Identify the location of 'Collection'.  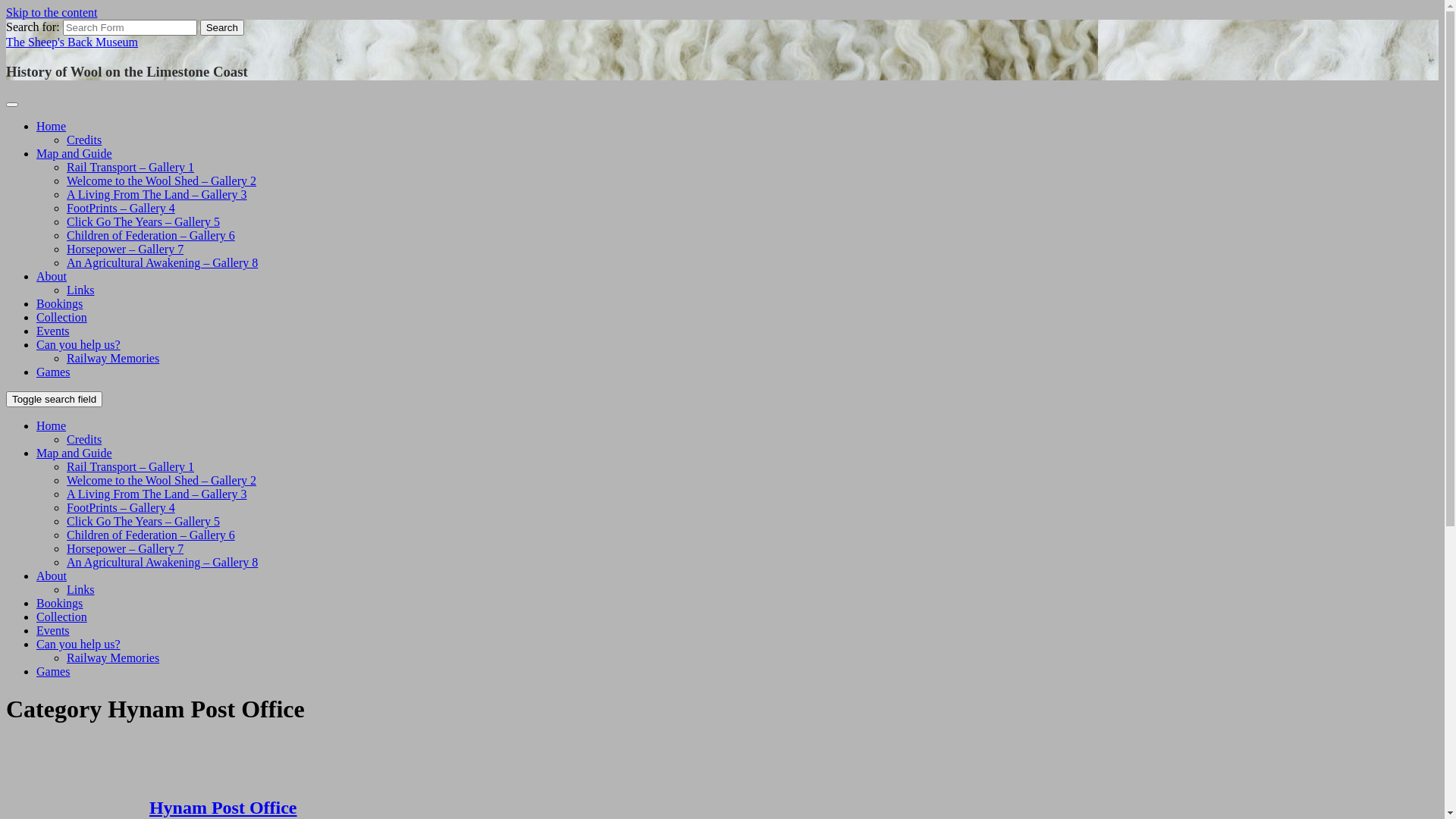
(61, 617).